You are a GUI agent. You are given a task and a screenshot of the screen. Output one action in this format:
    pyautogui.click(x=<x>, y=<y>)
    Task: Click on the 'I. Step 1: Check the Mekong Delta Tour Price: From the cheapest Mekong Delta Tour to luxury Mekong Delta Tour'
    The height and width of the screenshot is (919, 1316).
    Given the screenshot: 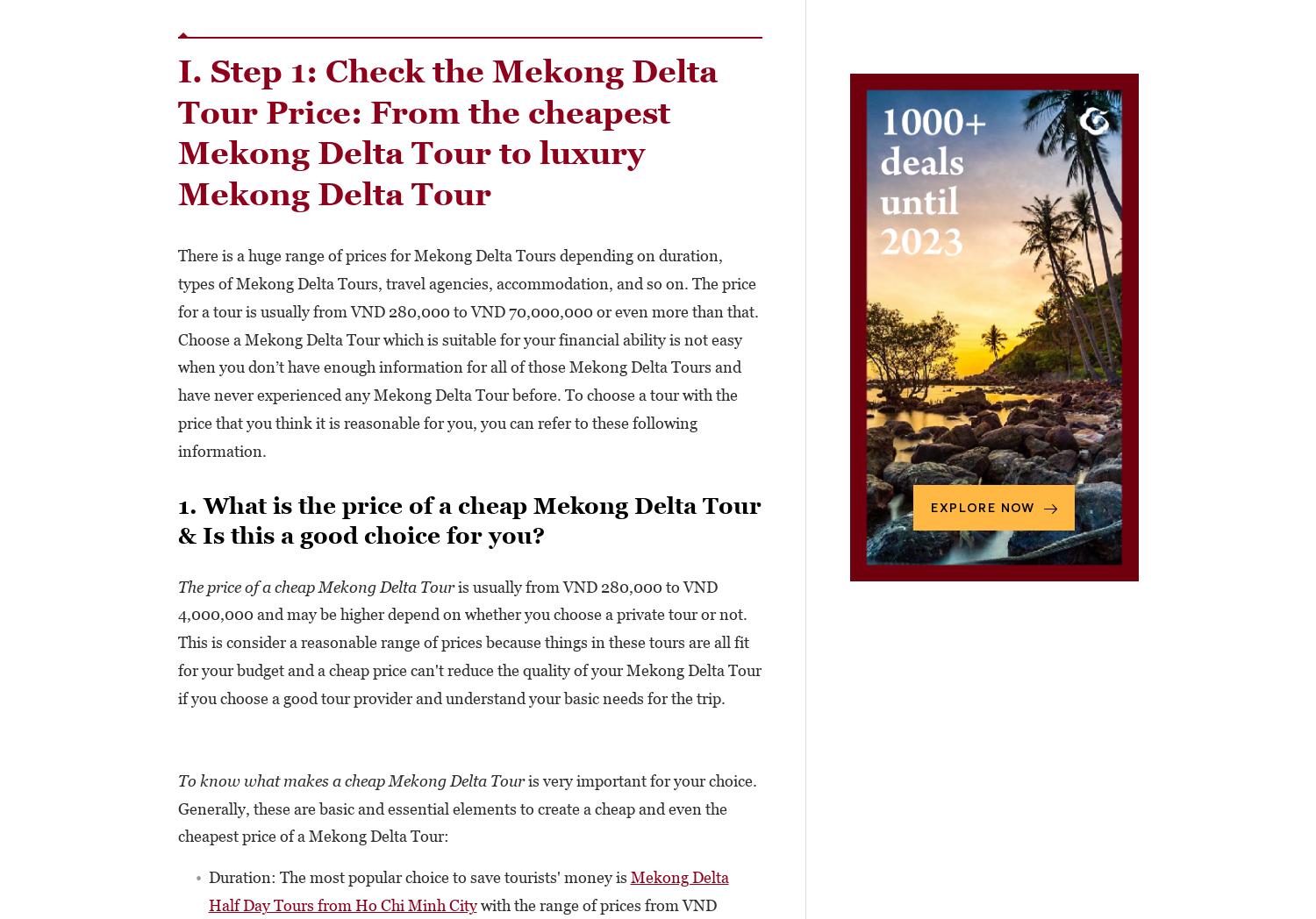 What is the action you would take?
    pyautogui.click(x=447, y=132)
    